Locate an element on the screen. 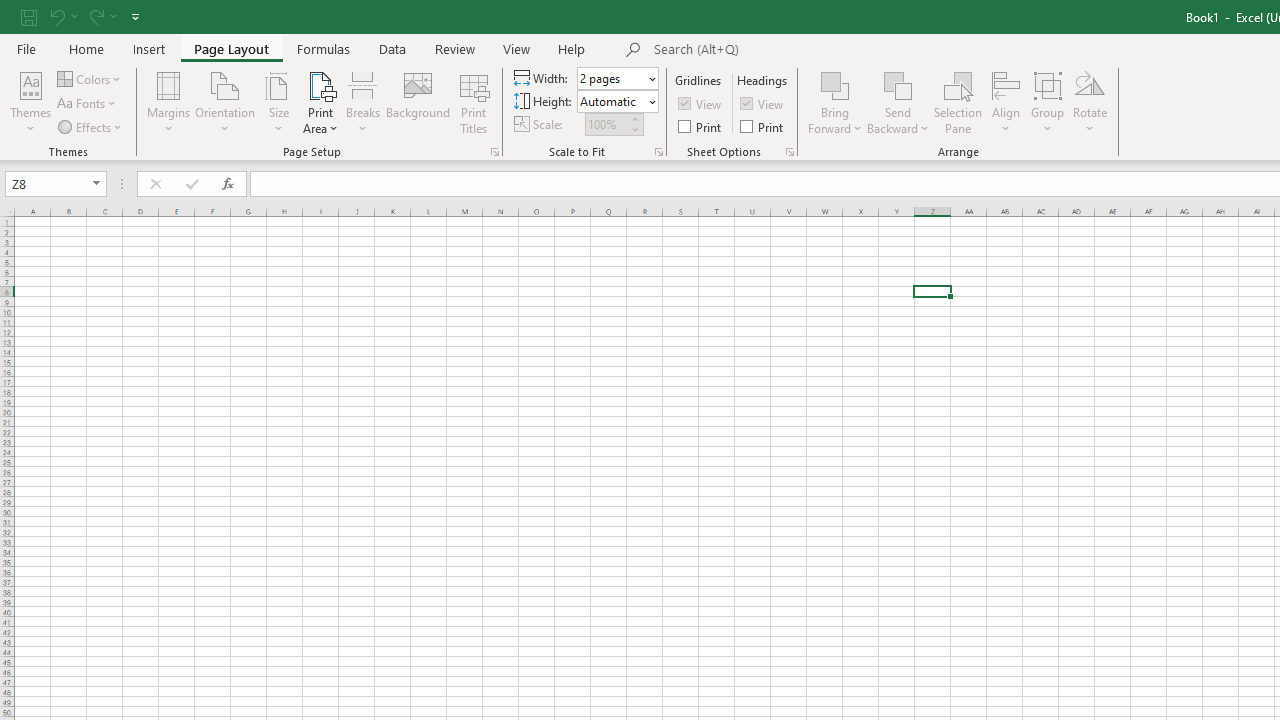  'Less' is located at coordinates (633, 129).